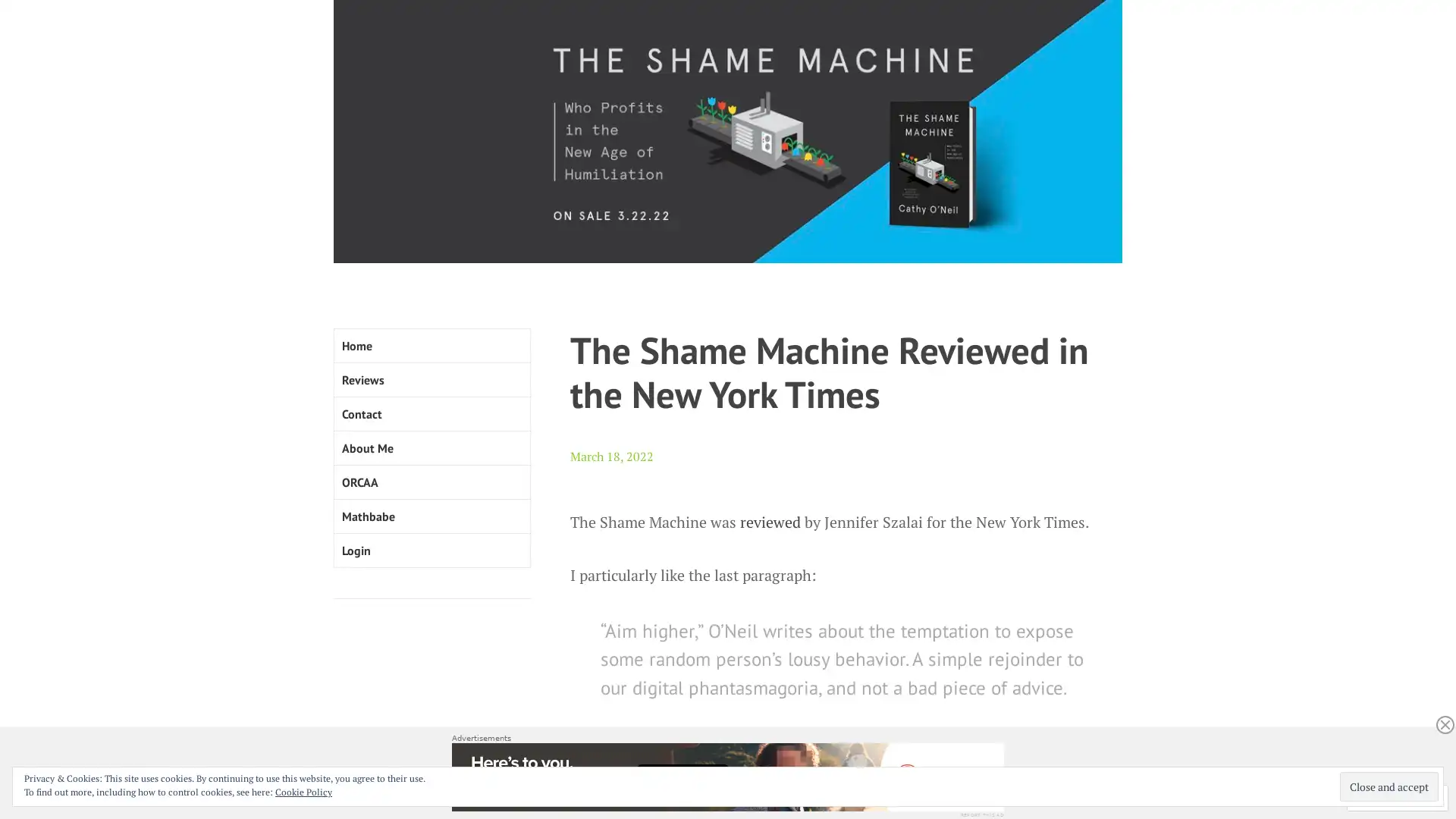  I want to click on Close and accept, so click(1389, 786).